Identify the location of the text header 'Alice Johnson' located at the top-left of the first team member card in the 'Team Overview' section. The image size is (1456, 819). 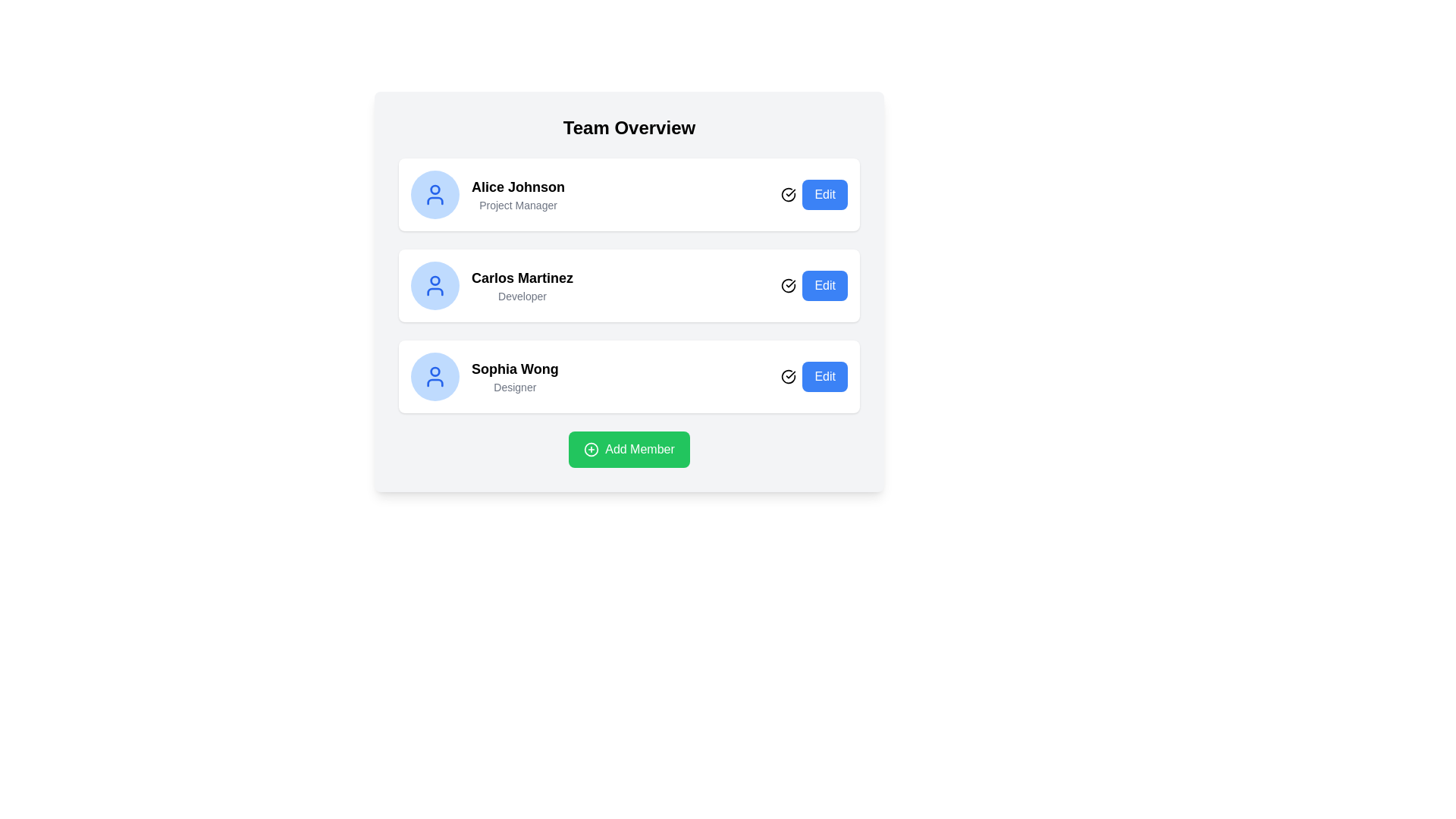
(518, 186).